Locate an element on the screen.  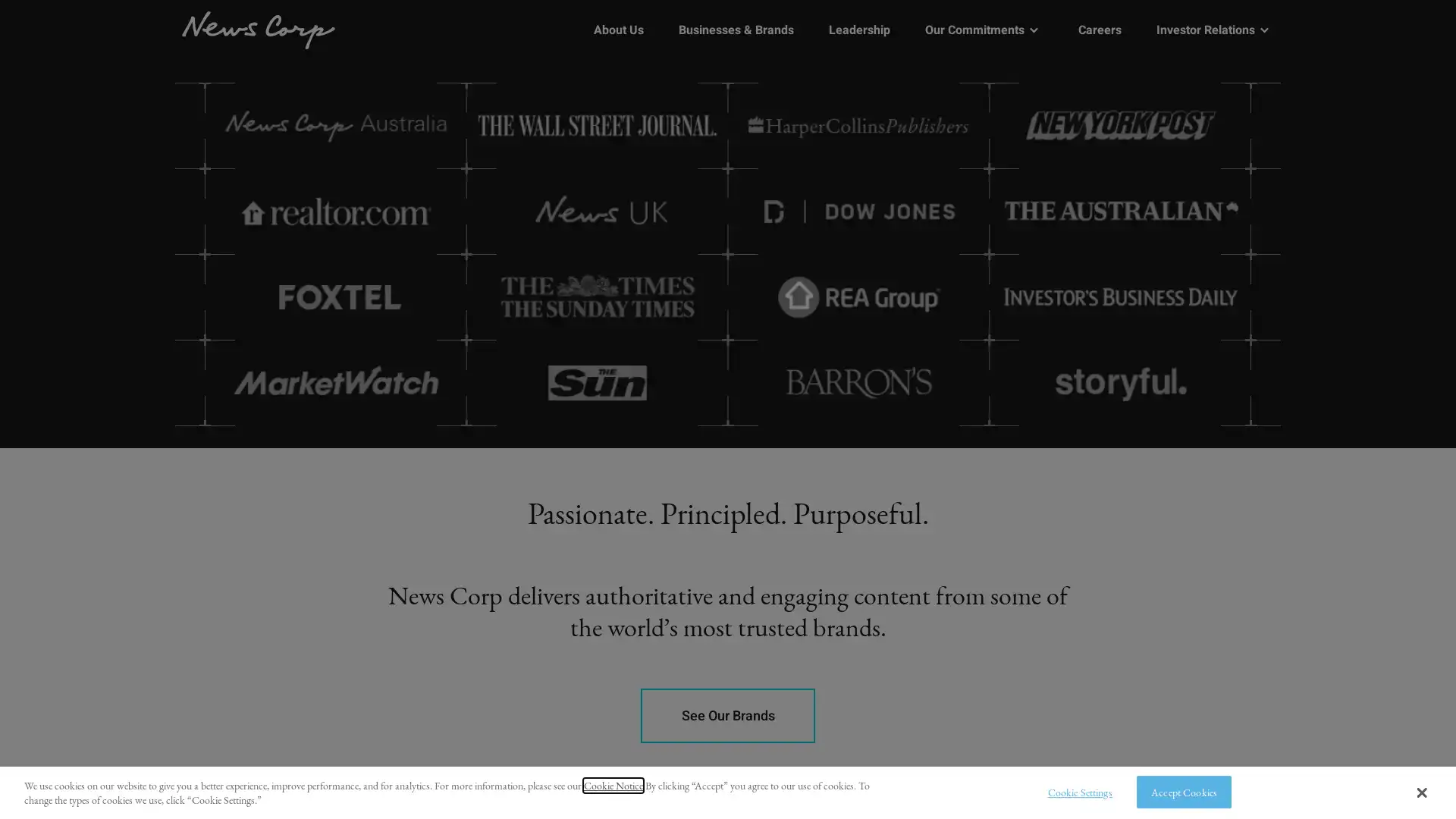
Accept Cookies is located at coordinates (1183, 791).